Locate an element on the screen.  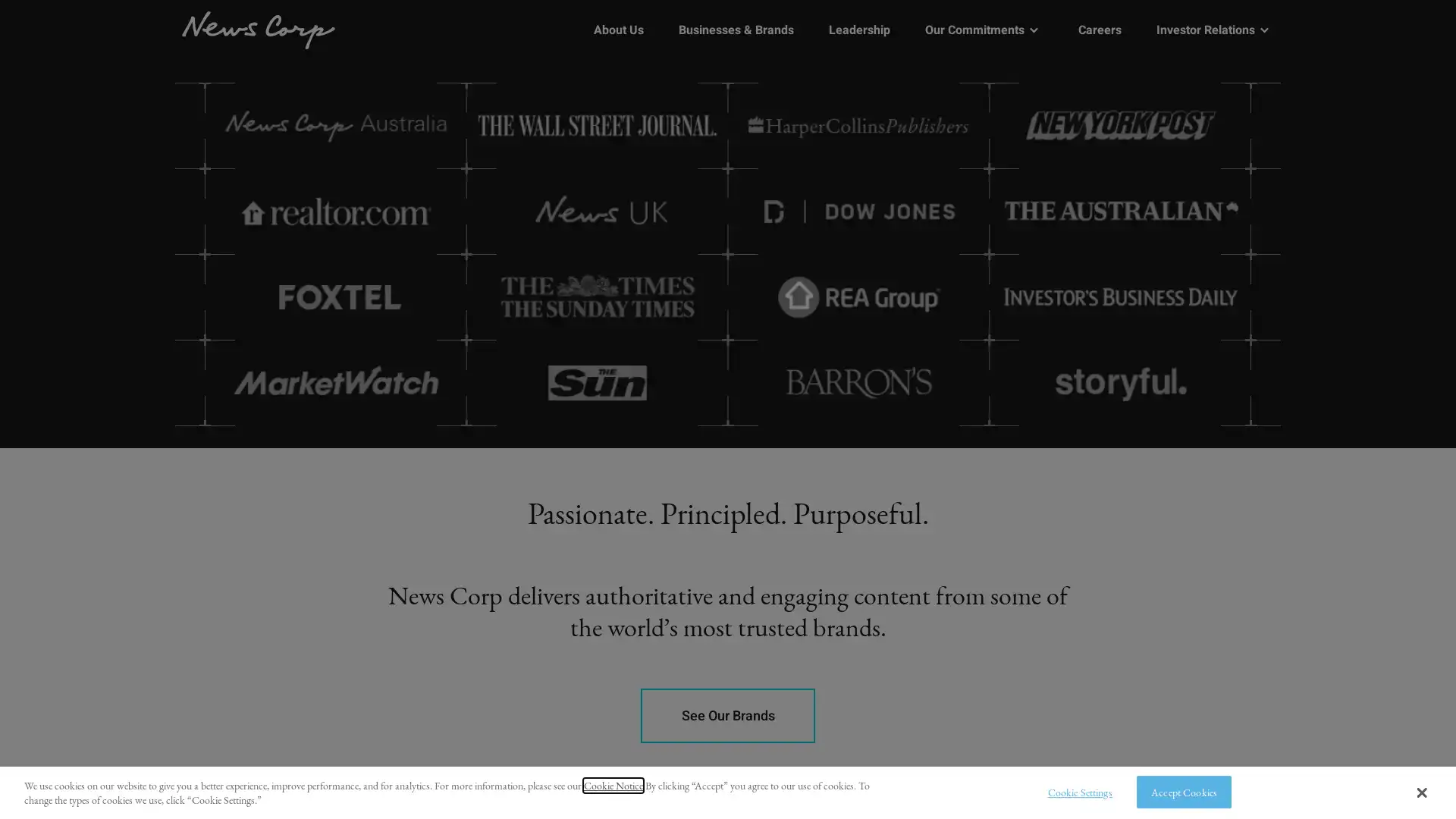
Accept Cookies is located at coordinates (1183, 791).